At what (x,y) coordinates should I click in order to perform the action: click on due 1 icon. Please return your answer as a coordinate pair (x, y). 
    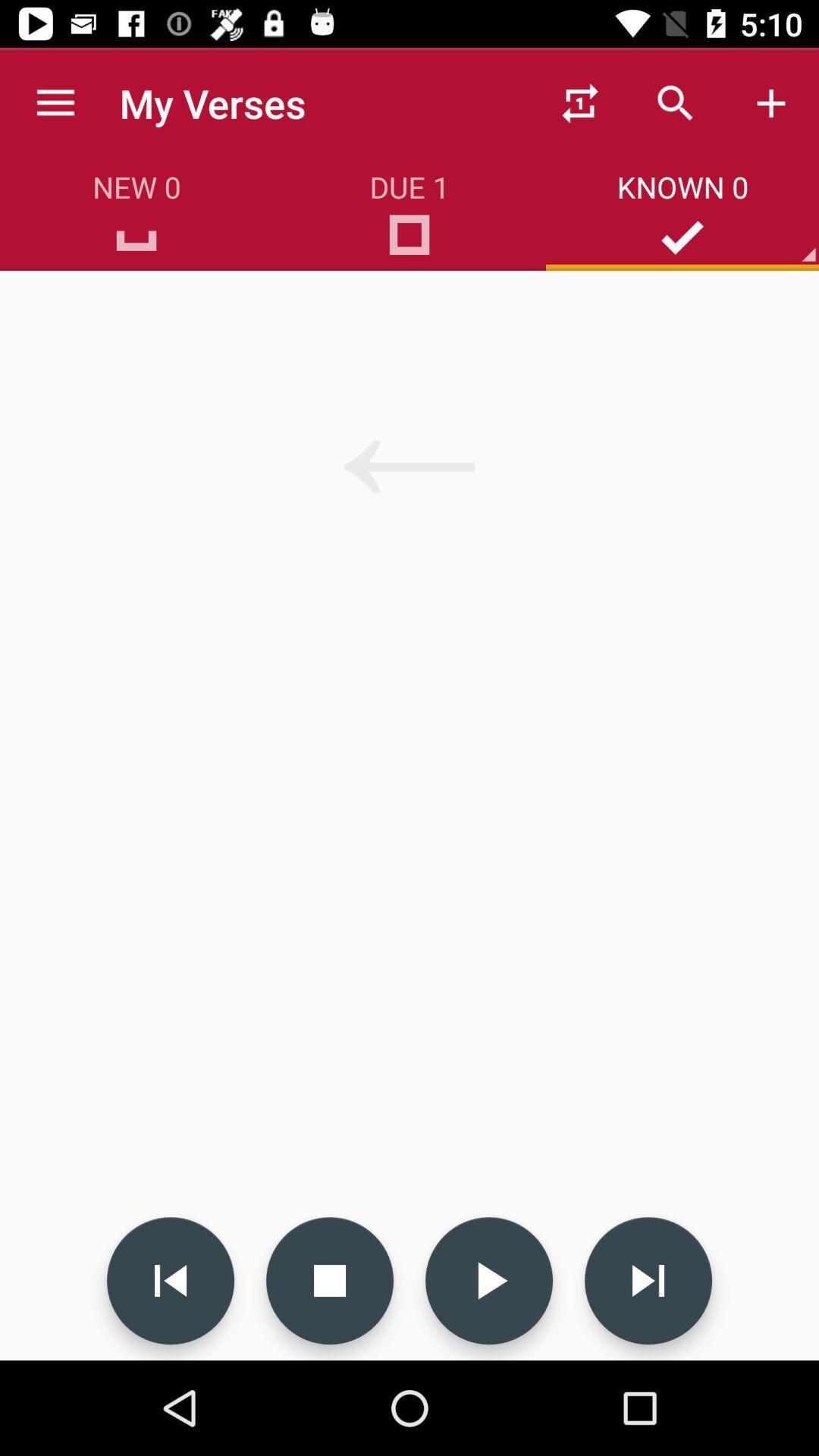
    Looking at the image, I should click on (409, 240).